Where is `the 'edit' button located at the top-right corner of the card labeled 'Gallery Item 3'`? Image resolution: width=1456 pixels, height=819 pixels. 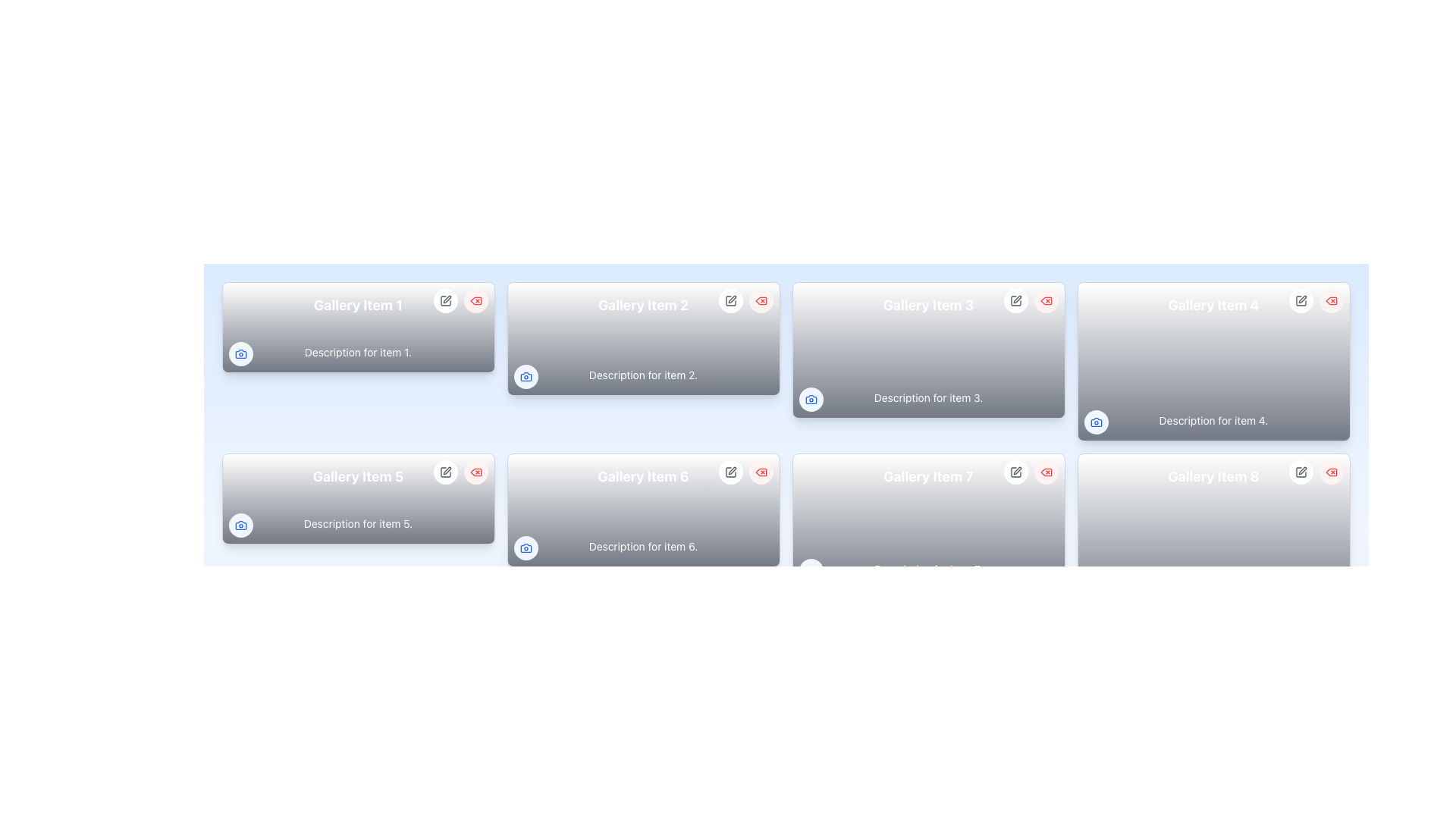
the 'edit' button located at the top-right corner of the card labeled 'Gallery Item 3' is located at coordinates (1015, 301).